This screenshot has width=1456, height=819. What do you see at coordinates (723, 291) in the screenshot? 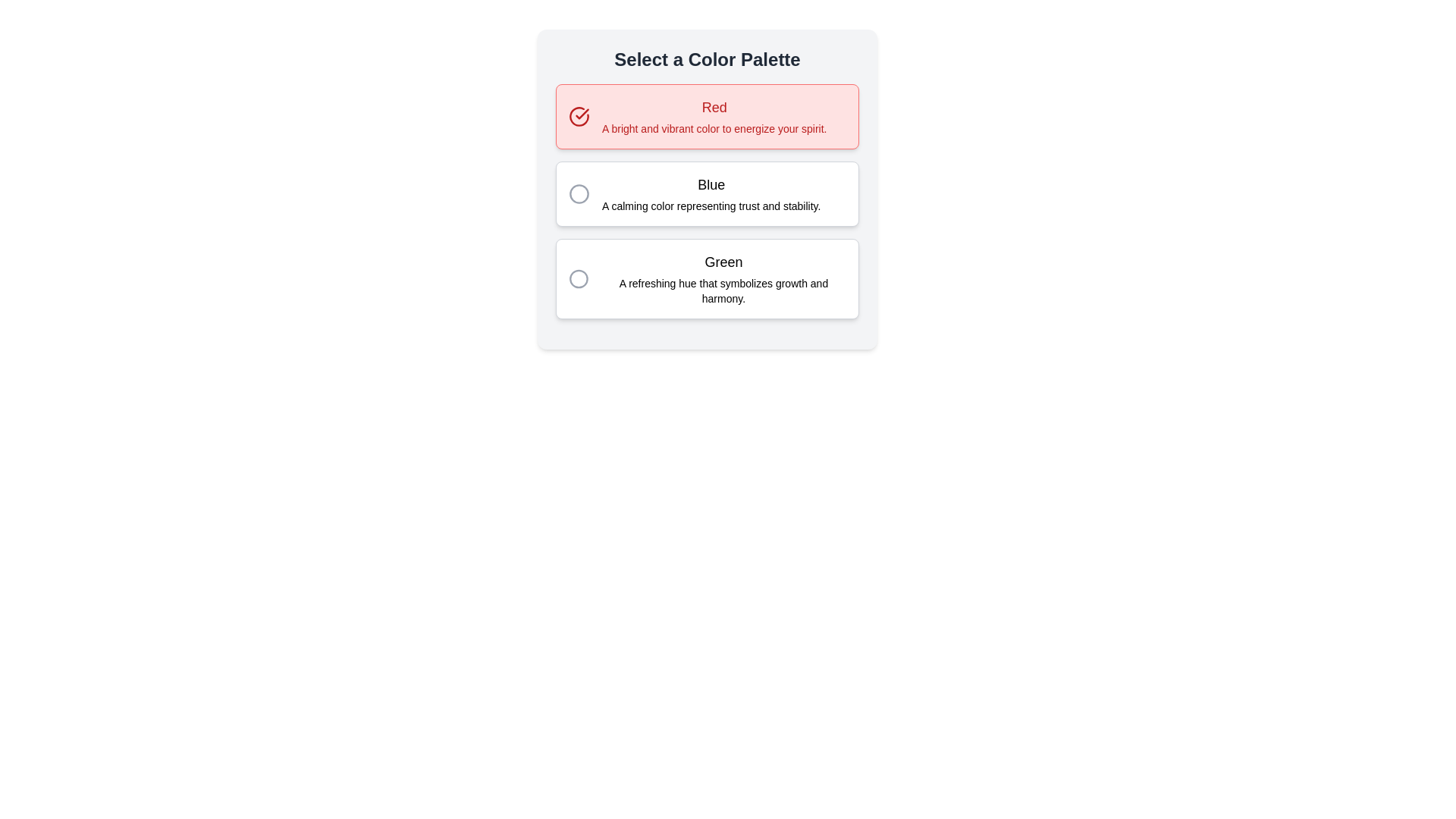
I see `the descriptive text label for the 'Green' option located within the 'Select a Color Palette' interface, positioned directly beneath the 'Green' title text` at bounding box center [723, 291].